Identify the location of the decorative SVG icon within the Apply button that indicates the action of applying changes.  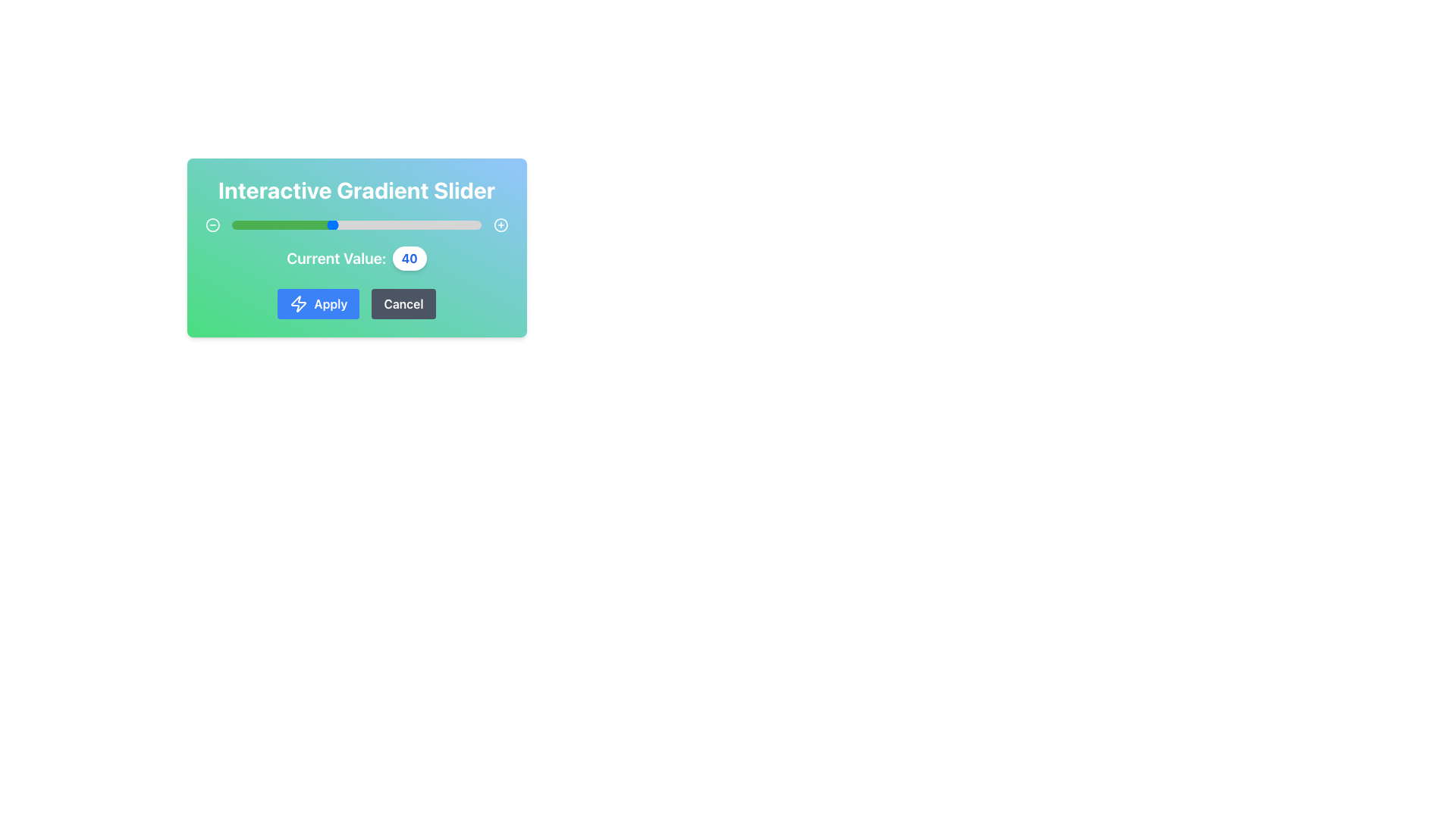
(299, 304).